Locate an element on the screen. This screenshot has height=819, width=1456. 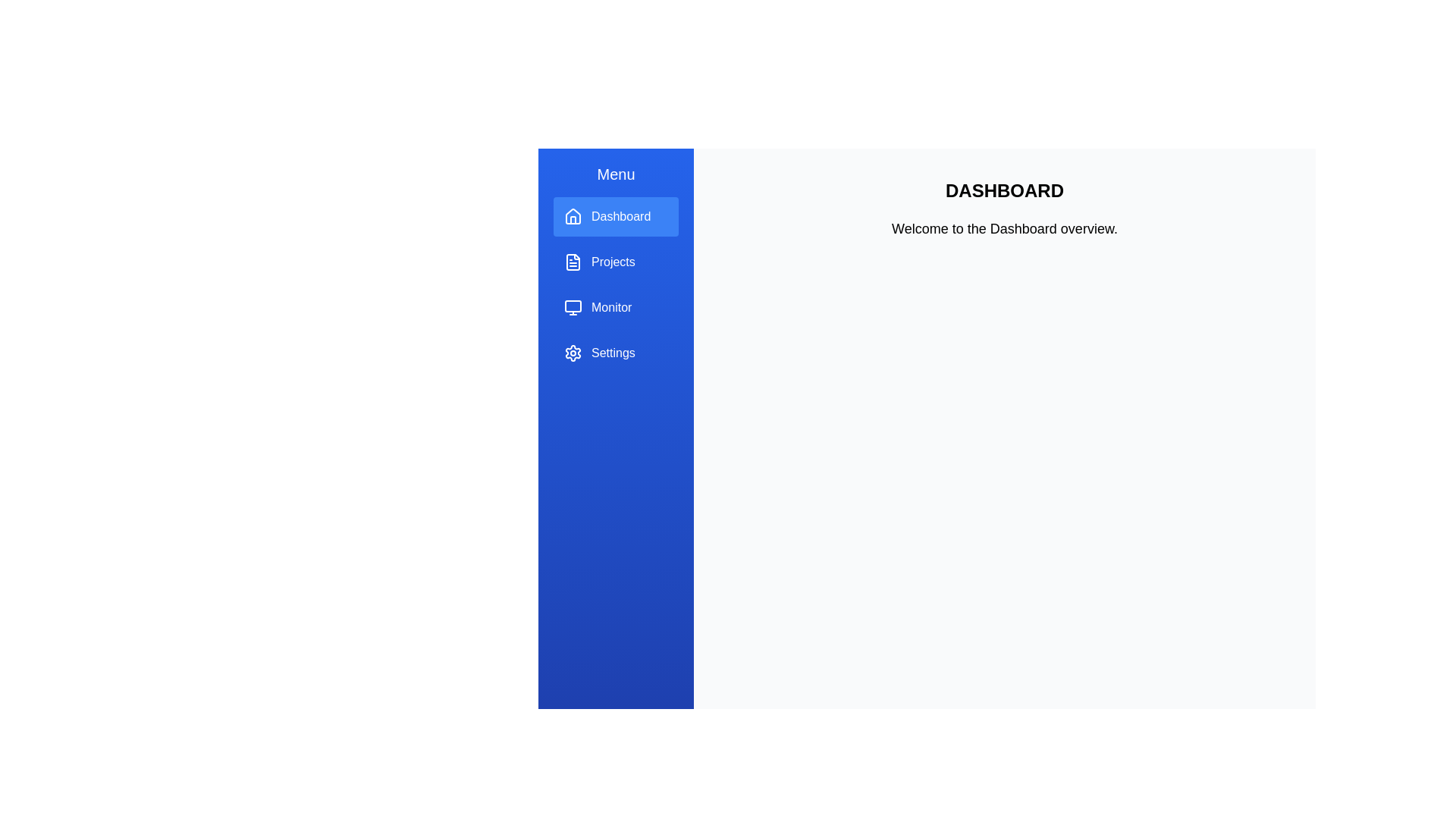
the gear-shaped icon button for settings located is located at coordinates (572, 353).